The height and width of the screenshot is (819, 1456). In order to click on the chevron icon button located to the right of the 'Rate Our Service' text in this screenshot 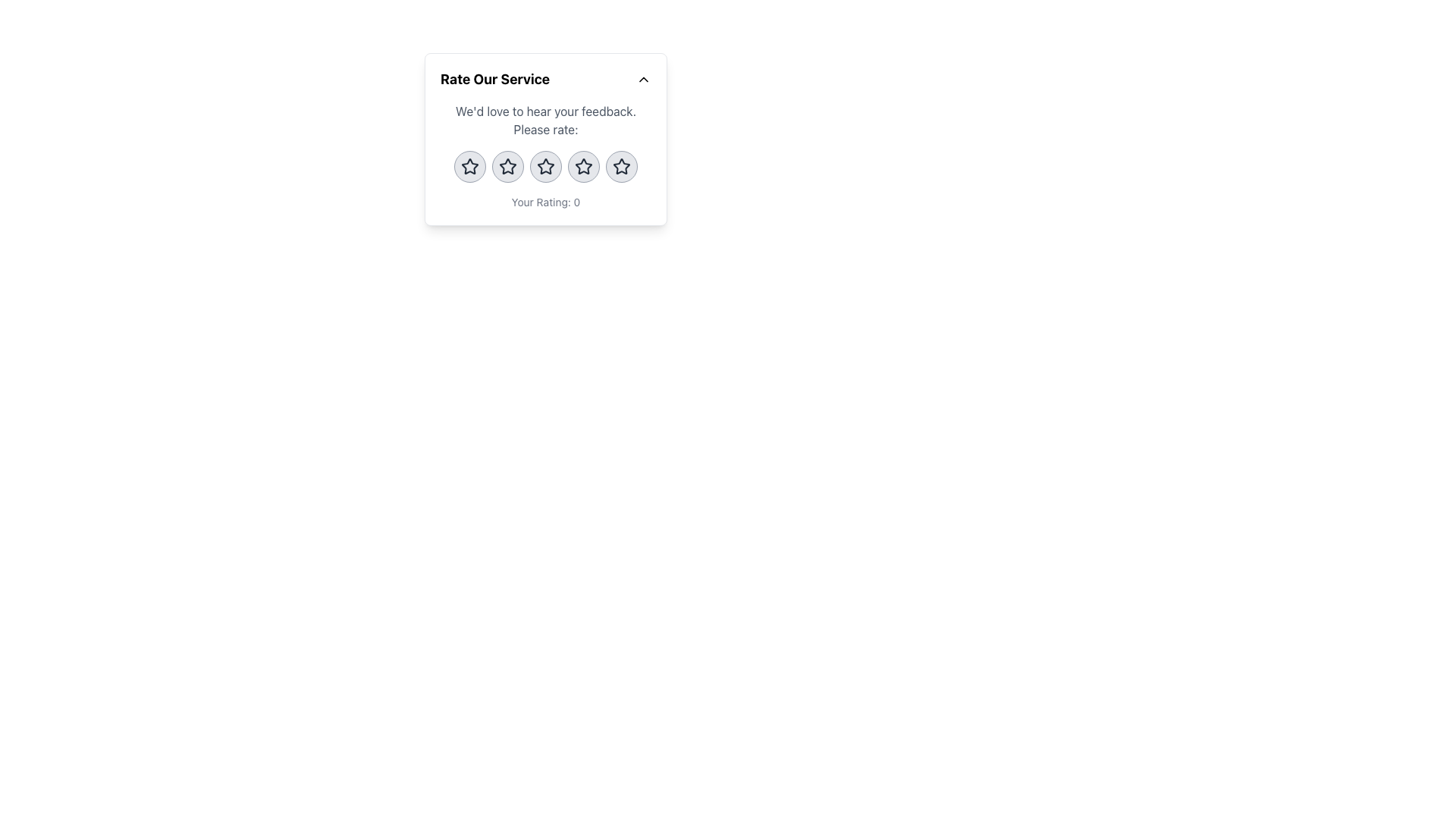, I will do `click(644, 79)`.